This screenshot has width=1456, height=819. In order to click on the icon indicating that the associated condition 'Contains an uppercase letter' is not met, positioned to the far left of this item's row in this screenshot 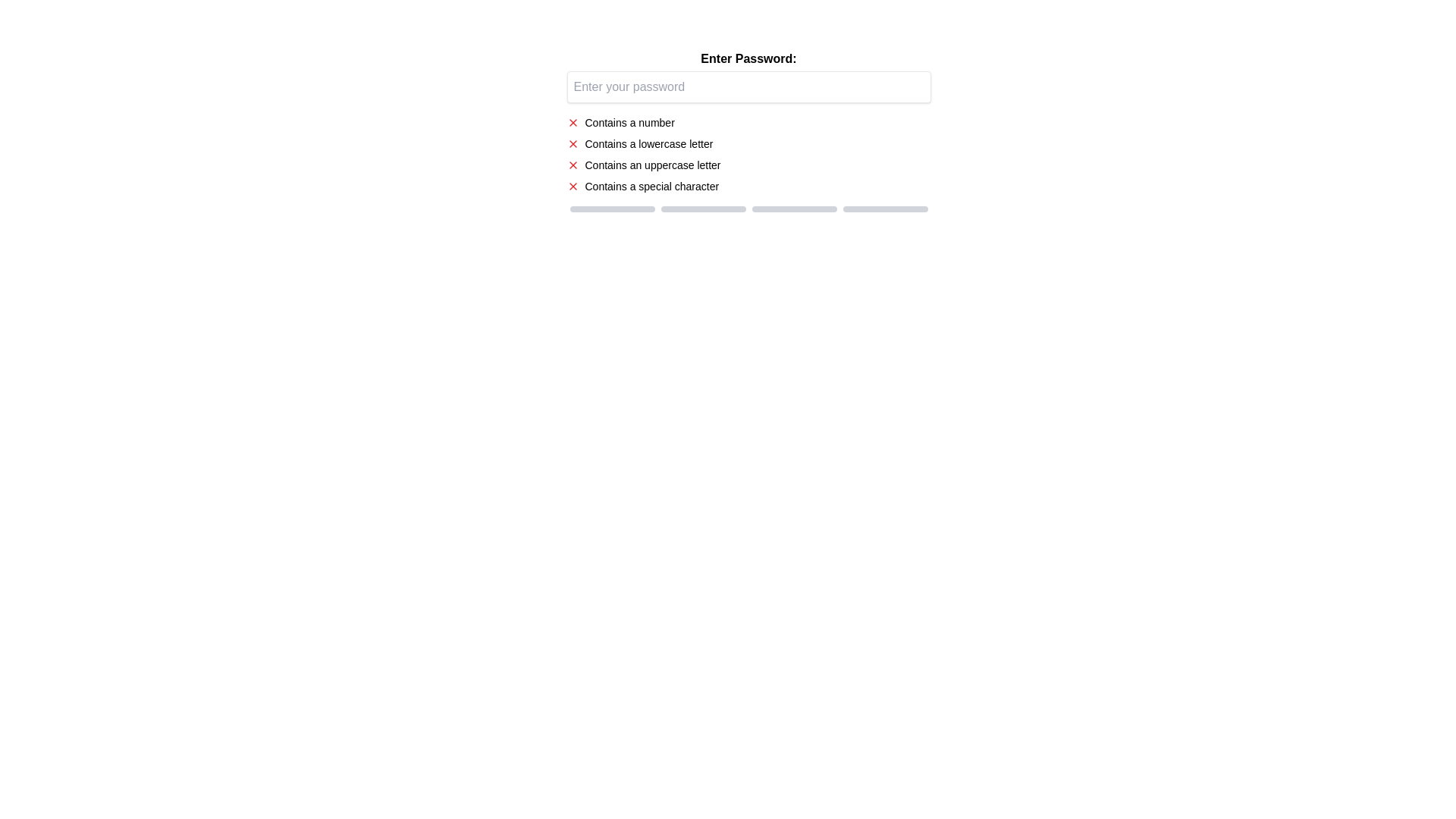, I will do `click(572, 165)`.